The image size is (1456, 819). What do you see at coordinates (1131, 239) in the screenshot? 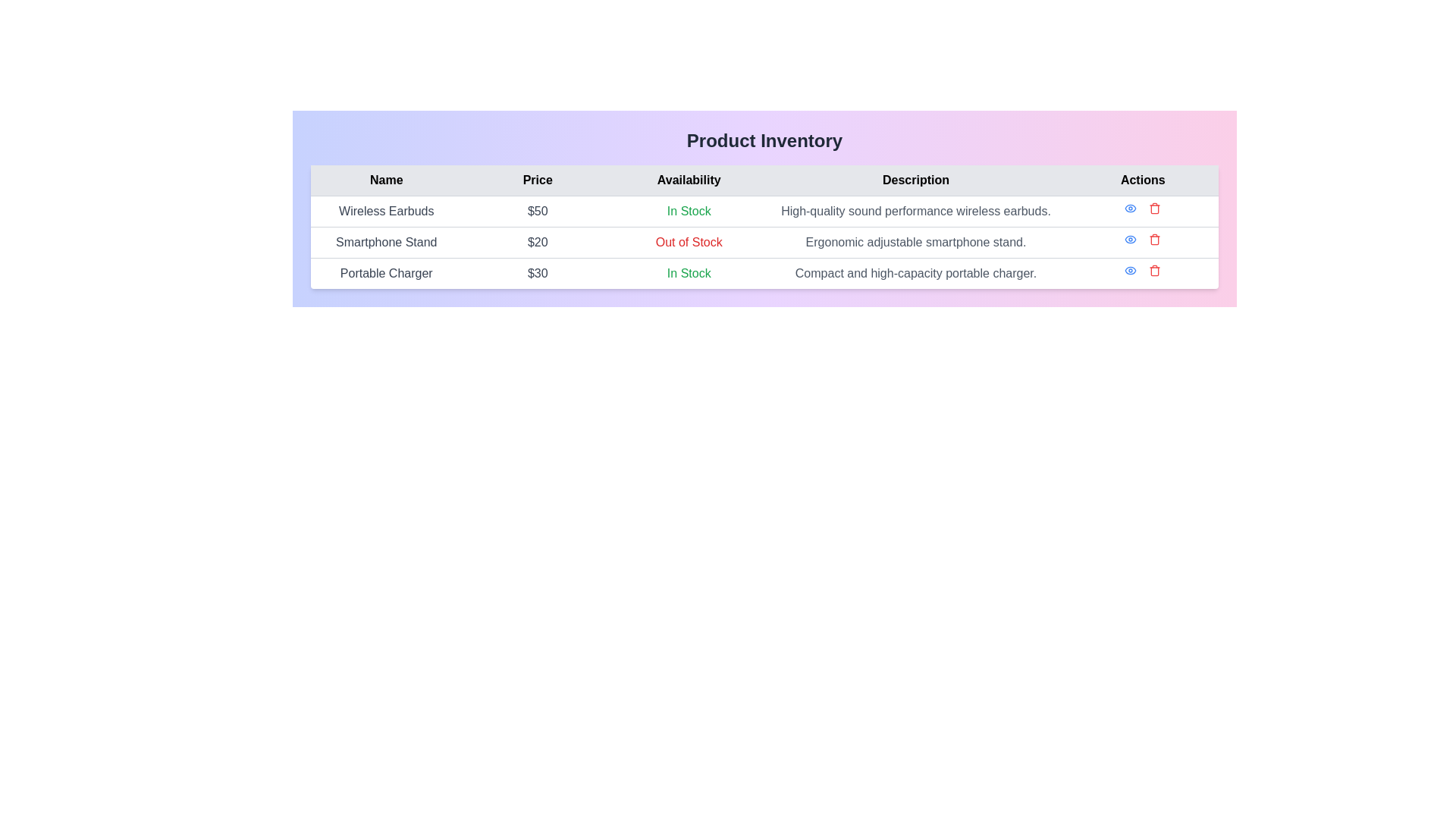
I see `the eye icon button in the 'Actions' column for the 'Smartphone Stand' product` at bounding box center [1131, 239].